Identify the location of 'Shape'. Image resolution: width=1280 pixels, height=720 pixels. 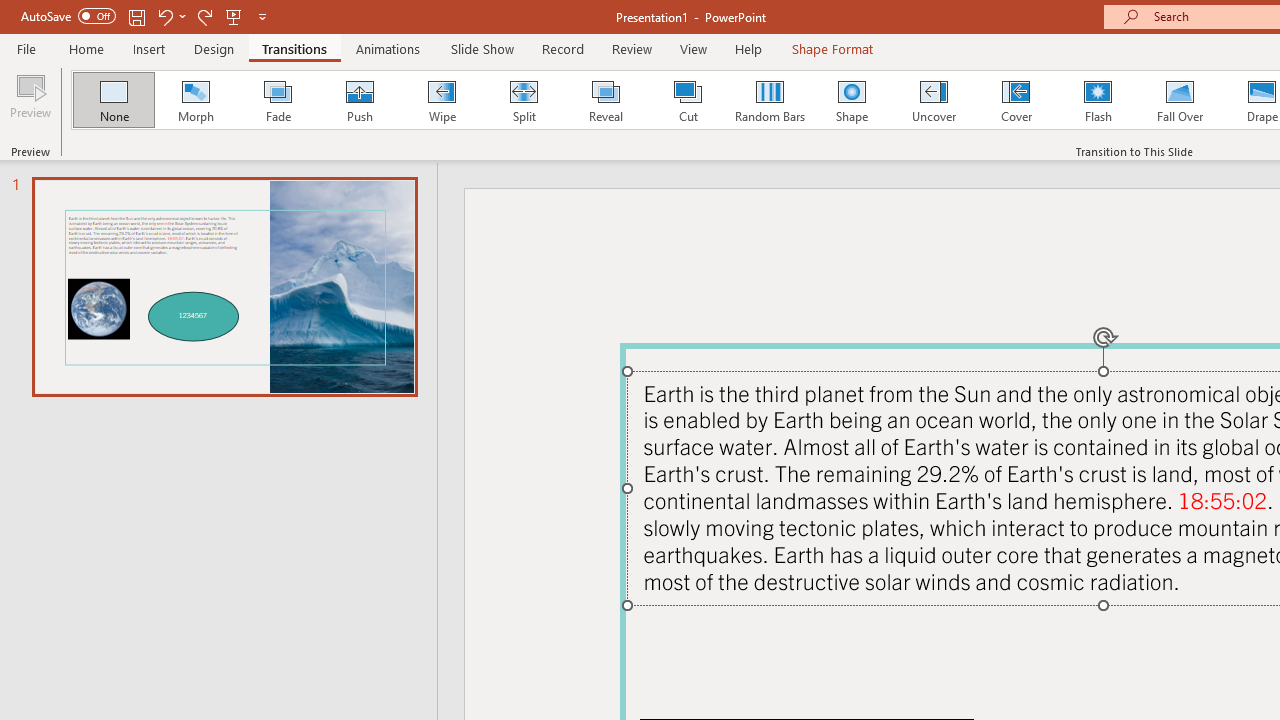
(852, 100).